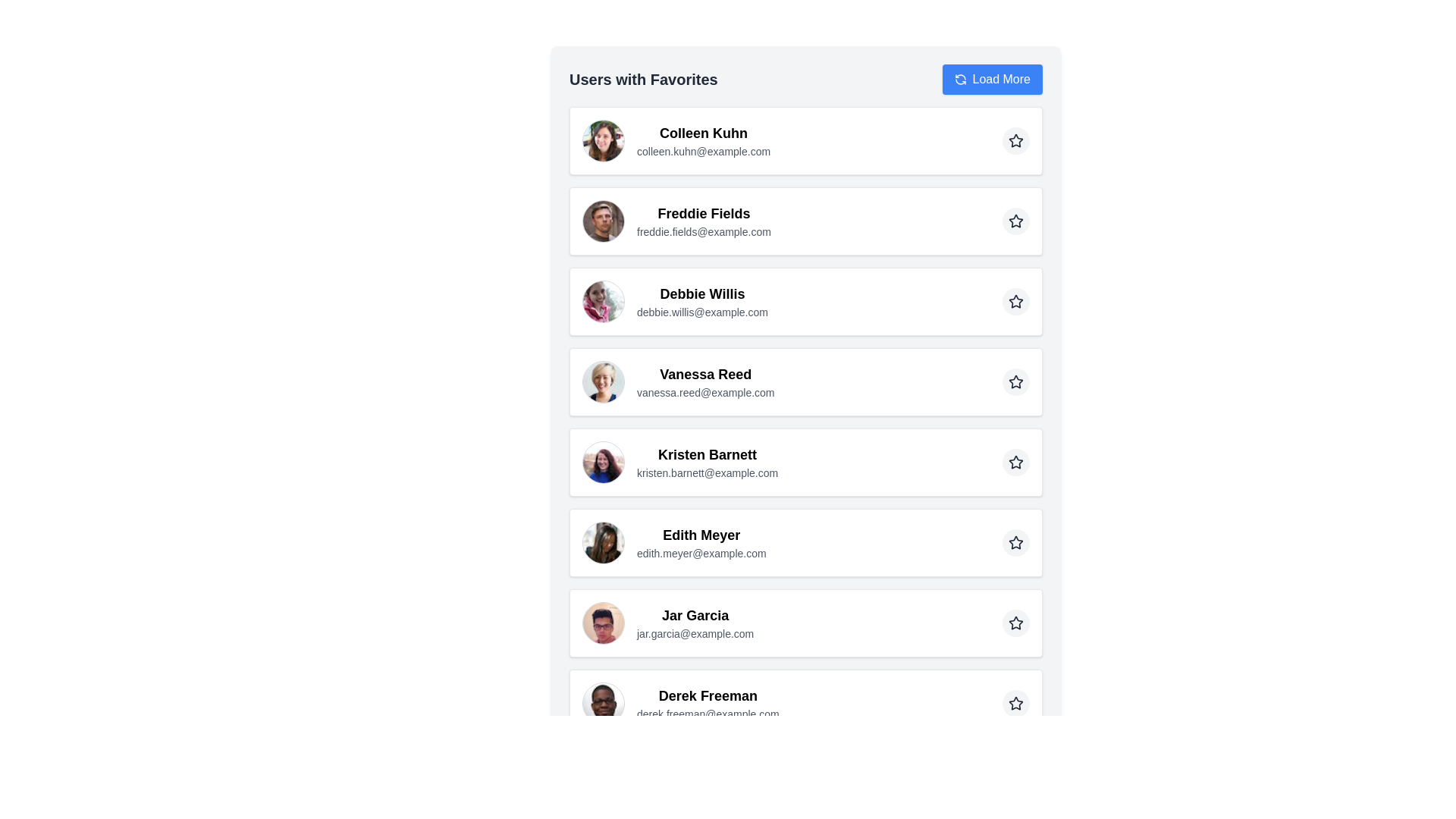 The width and height of the screenshot is (1456, 819). I want to click on the interactive star icon located to the right of the user profile 'Edith Meyer' to potentially see a tooltip or status, so click(1015, 541).